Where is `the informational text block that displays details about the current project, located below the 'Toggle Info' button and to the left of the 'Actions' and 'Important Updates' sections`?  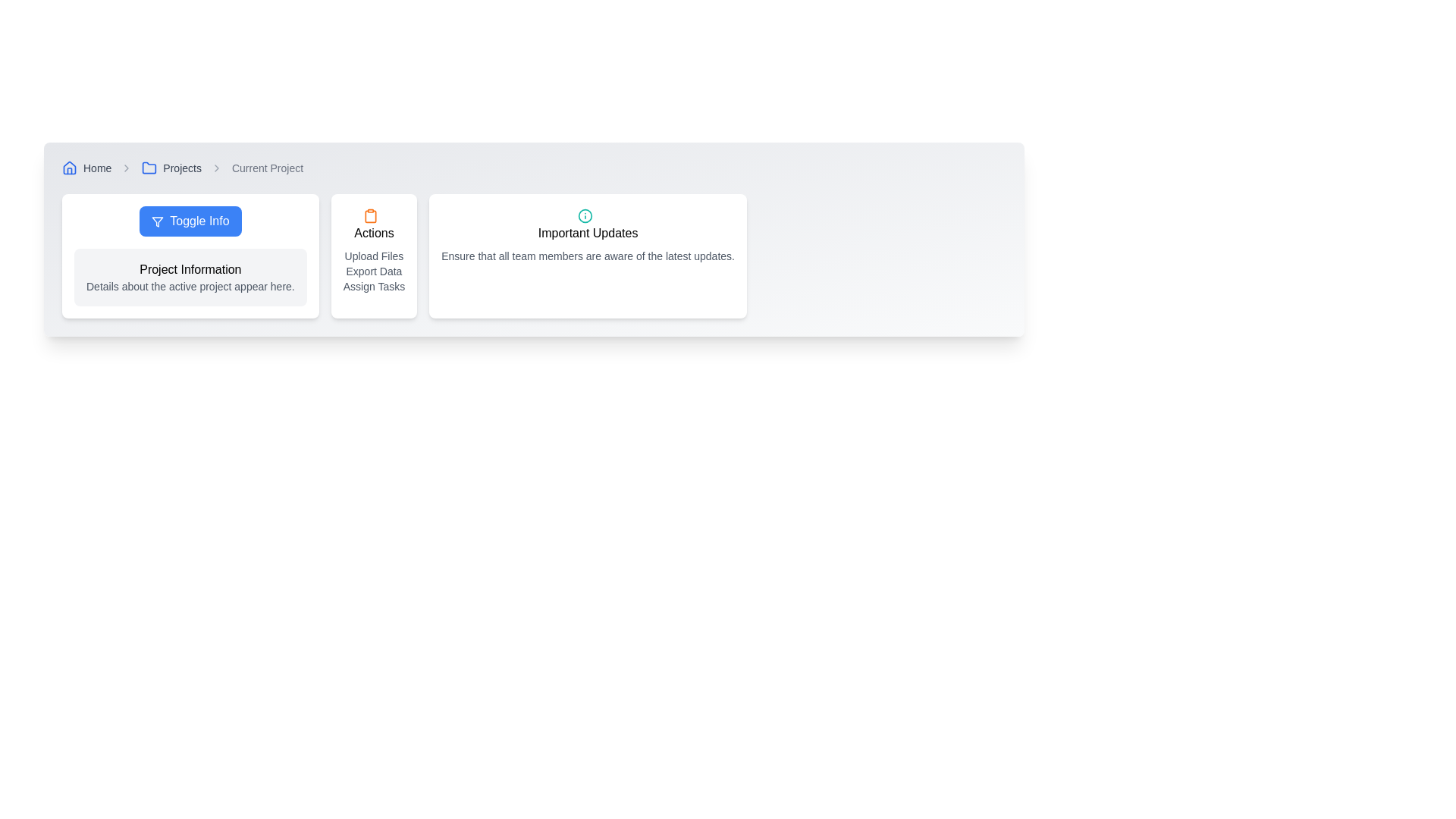 the informational text block that displays details about the current project, located below the 'Toggle Info' button and to the left of the 'Actions' and 'Important Updates' sections is located at coordinates (190, 278).